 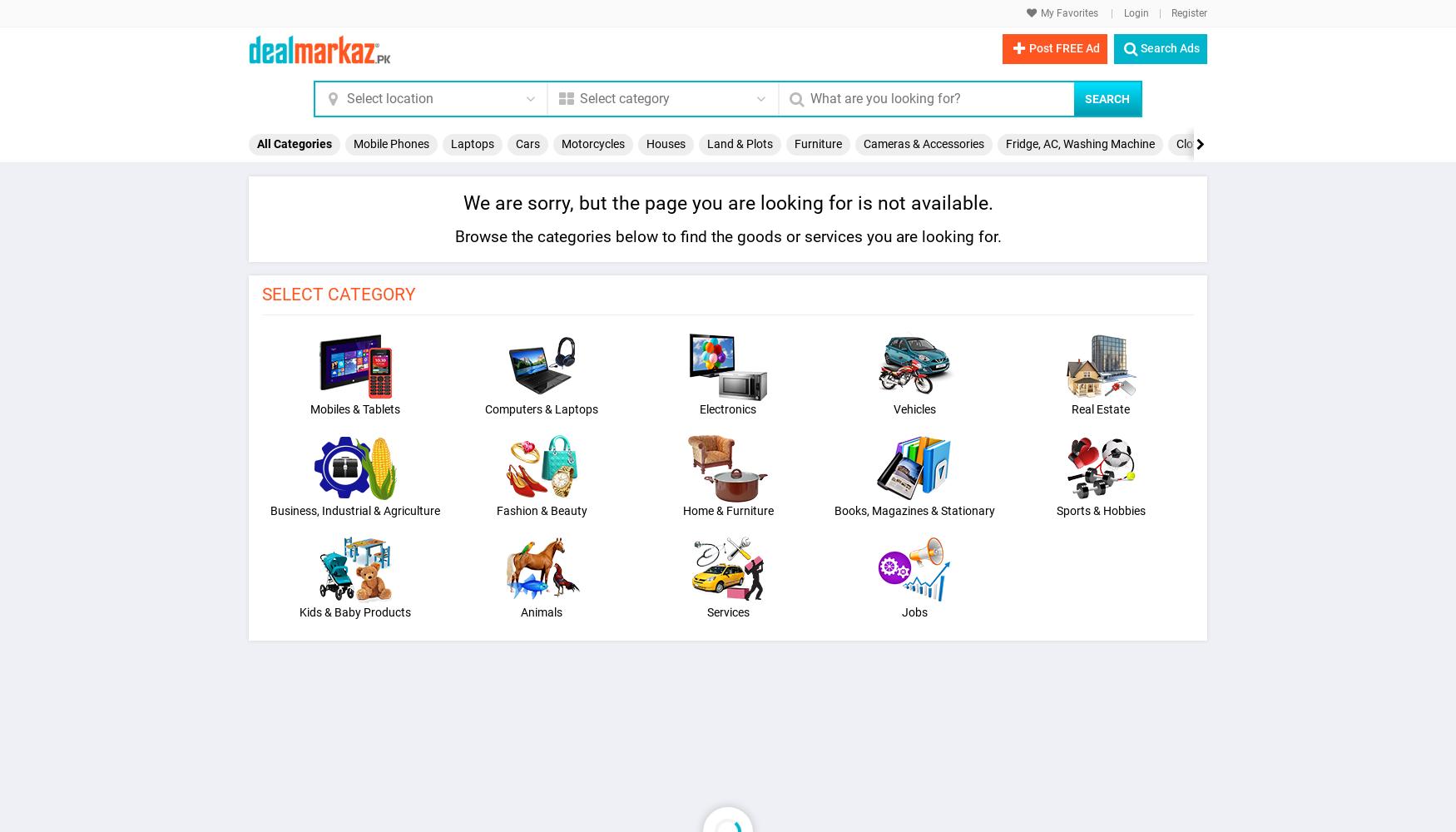 What do you see at coordinates (527, 144) in the screenshot?
I see `'Cars'` at bounding box center [527, 144].